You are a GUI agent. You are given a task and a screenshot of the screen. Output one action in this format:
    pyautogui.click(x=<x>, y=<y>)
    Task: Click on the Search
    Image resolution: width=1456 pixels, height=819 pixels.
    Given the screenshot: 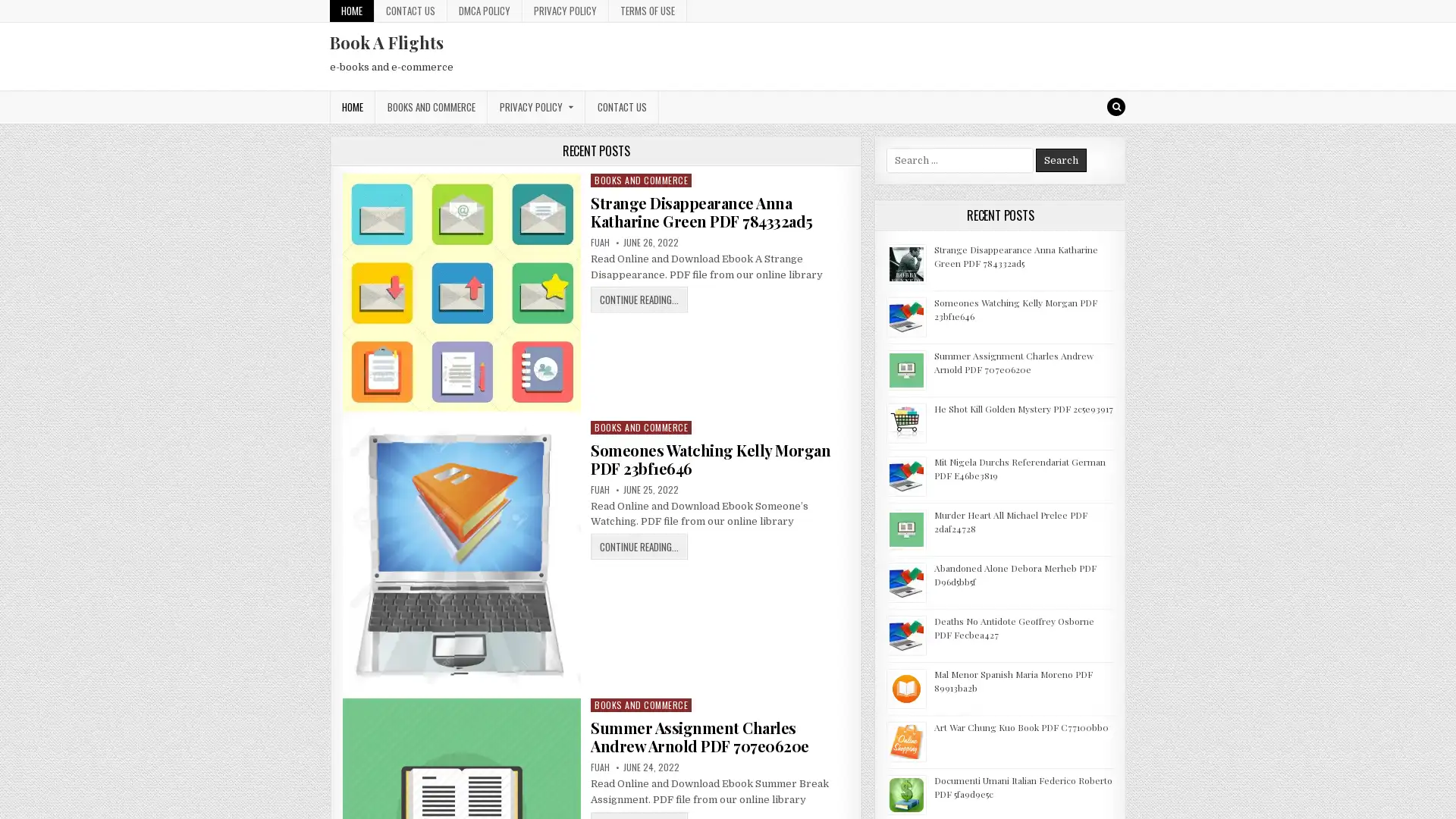 What is the action you would take?
    pyautogui.click(x=1060, y=160)
    